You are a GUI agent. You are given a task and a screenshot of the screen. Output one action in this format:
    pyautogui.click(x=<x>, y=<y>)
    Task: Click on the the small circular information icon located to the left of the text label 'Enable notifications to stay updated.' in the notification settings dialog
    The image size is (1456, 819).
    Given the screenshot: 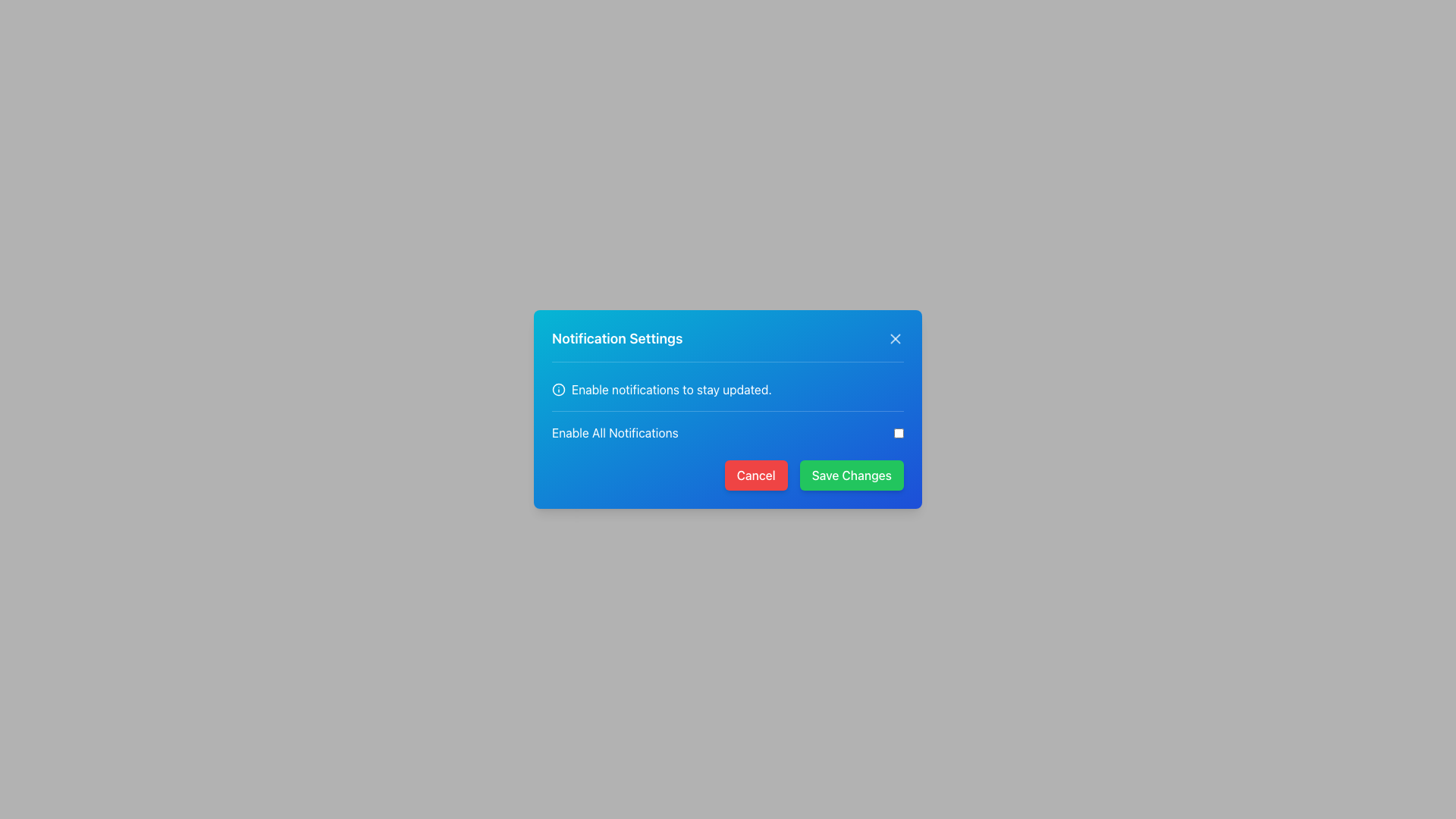 What is the action you would take?
    pyautogui.click(x=558, y=388)
    